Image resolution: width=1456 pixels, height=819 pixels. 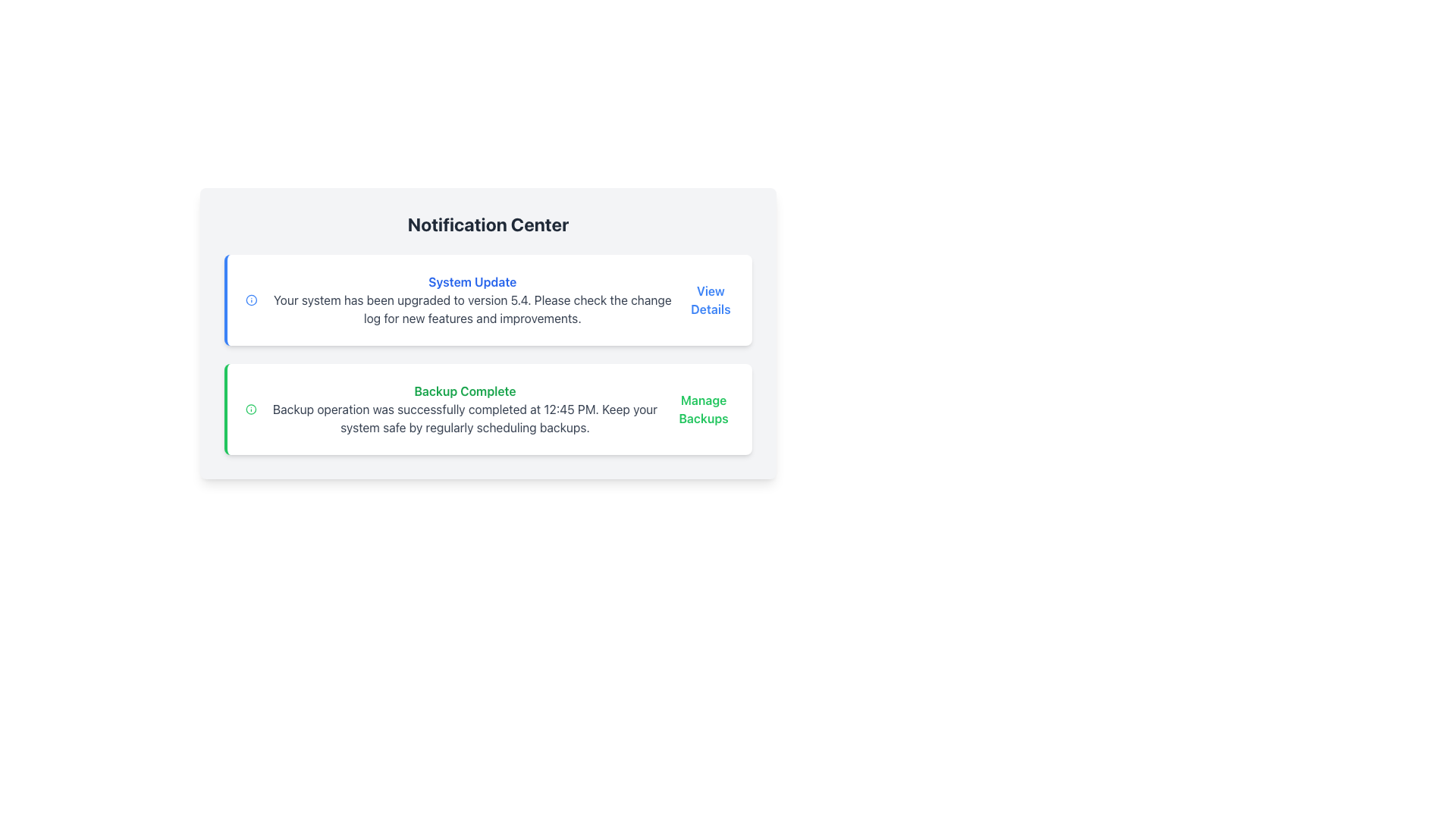 What do you see at coordinates (472, 309) in the screenshot?
I see `the text element that states 'Your system has been upgraded to version 5.4. Please check the change log for new features and improvements.' within the 'System Update' notification box` at bounding box center [472, 309].